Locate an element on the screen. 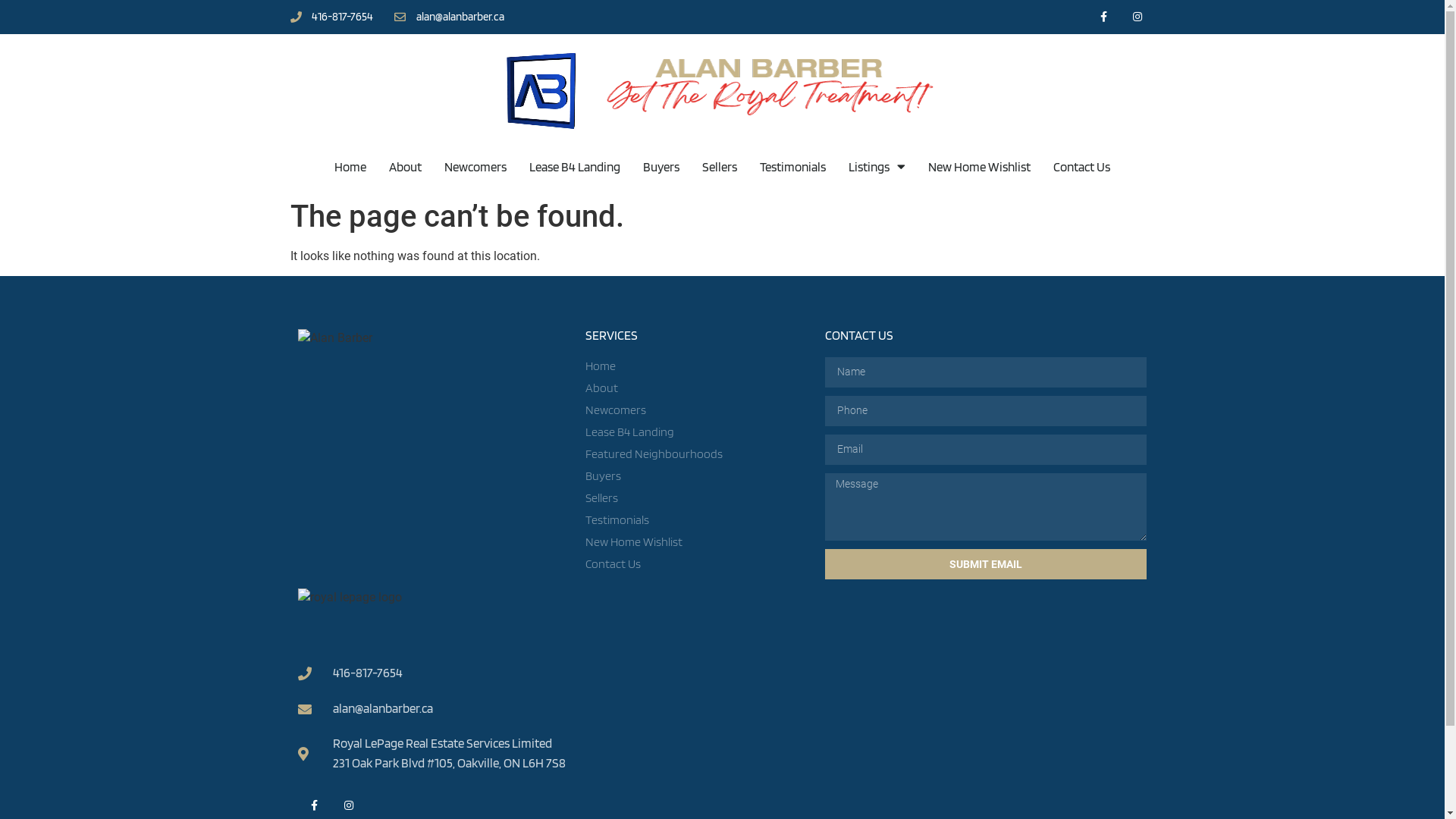 This screenshot has width=1456, height=819. 'SUBMIT EMAIL' is located at coordinates (986, 564).